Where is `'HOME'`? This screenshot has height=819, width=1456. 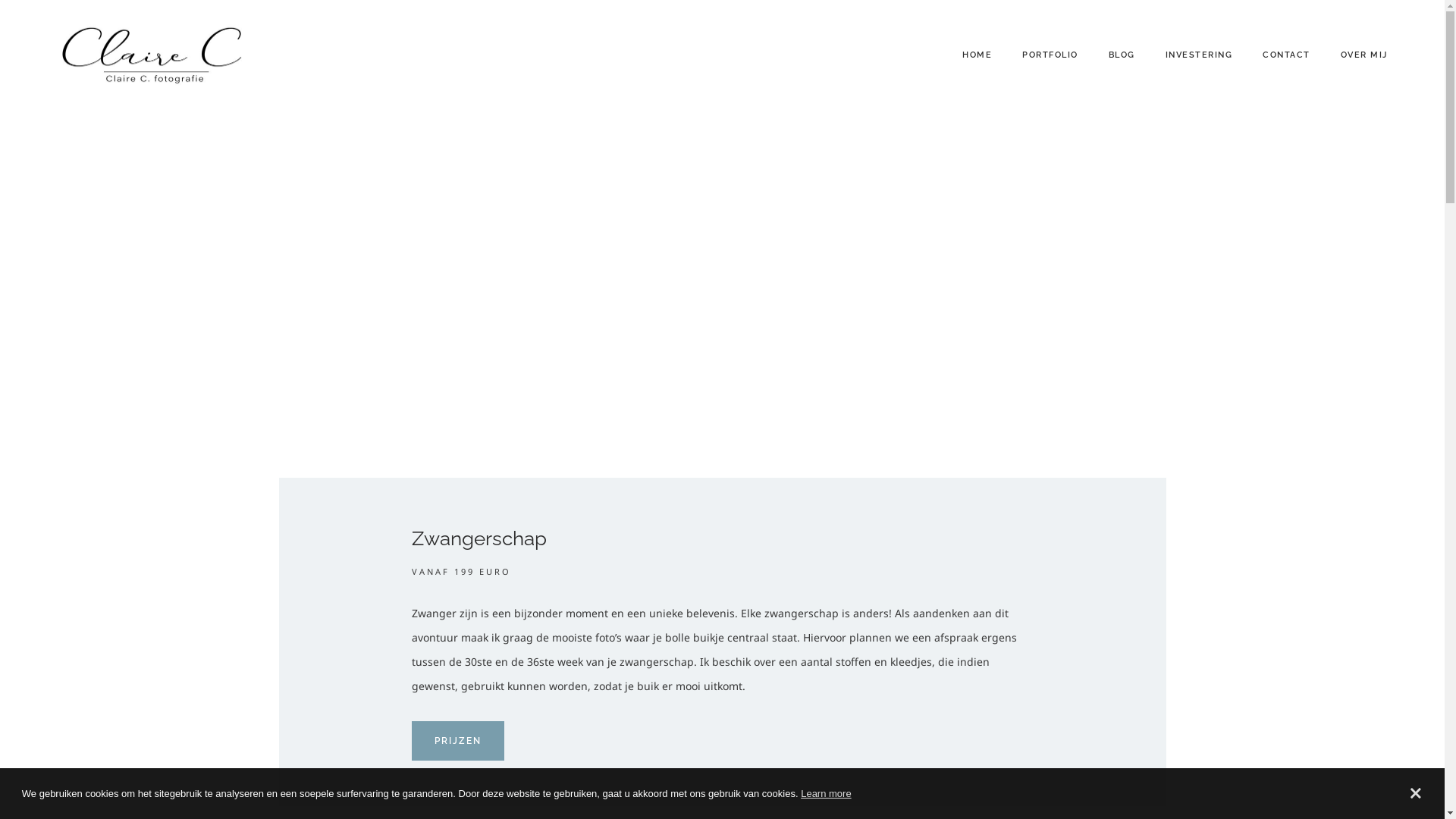
'HOME' is located at coordinates (977, 55).